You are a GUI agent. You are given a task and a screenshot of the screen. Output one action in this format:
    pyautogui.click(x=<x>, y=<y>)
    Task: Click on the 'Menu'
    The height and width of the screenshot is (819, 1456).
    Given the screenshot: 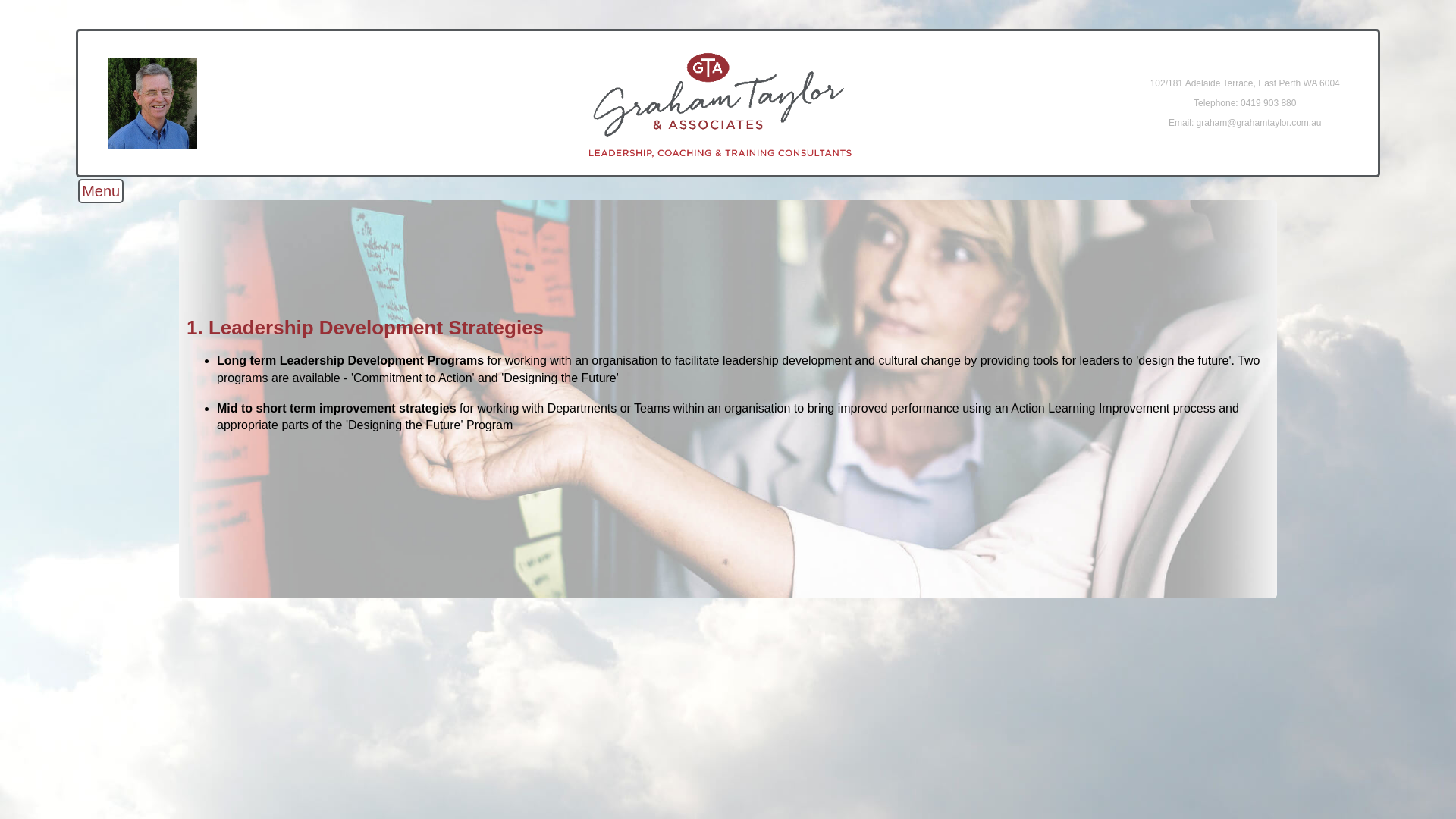 What is the action you would take?
    pyautogui.click(x=77, y=190)
    